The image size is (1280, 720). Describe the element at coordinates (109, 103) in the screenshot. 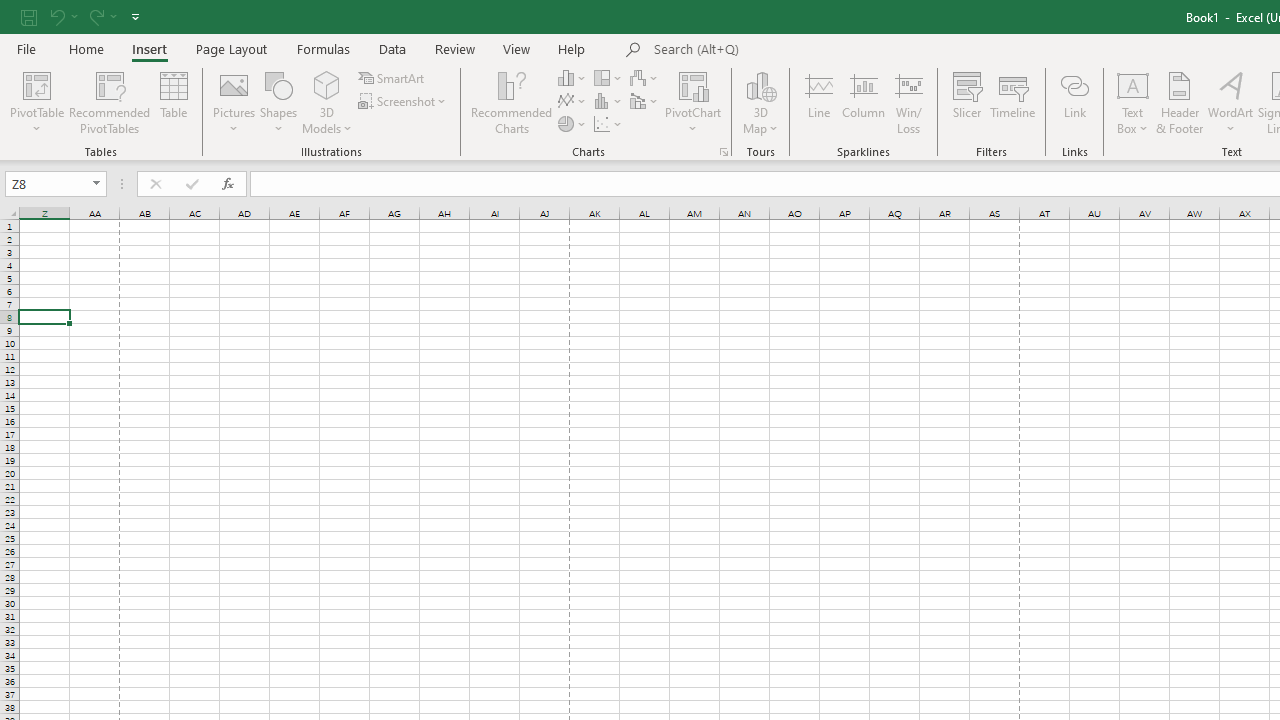

I see `'Recommended PivotTables'` at that location.